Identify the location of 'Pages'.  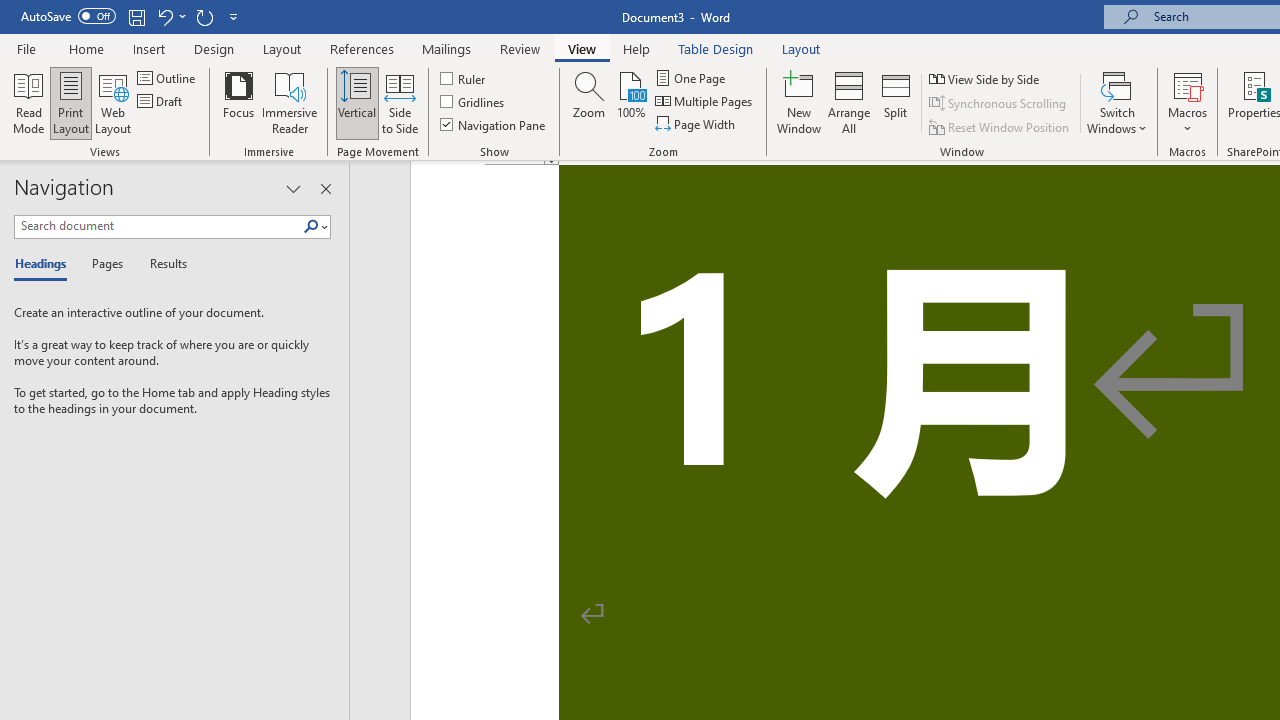
(104, 264).